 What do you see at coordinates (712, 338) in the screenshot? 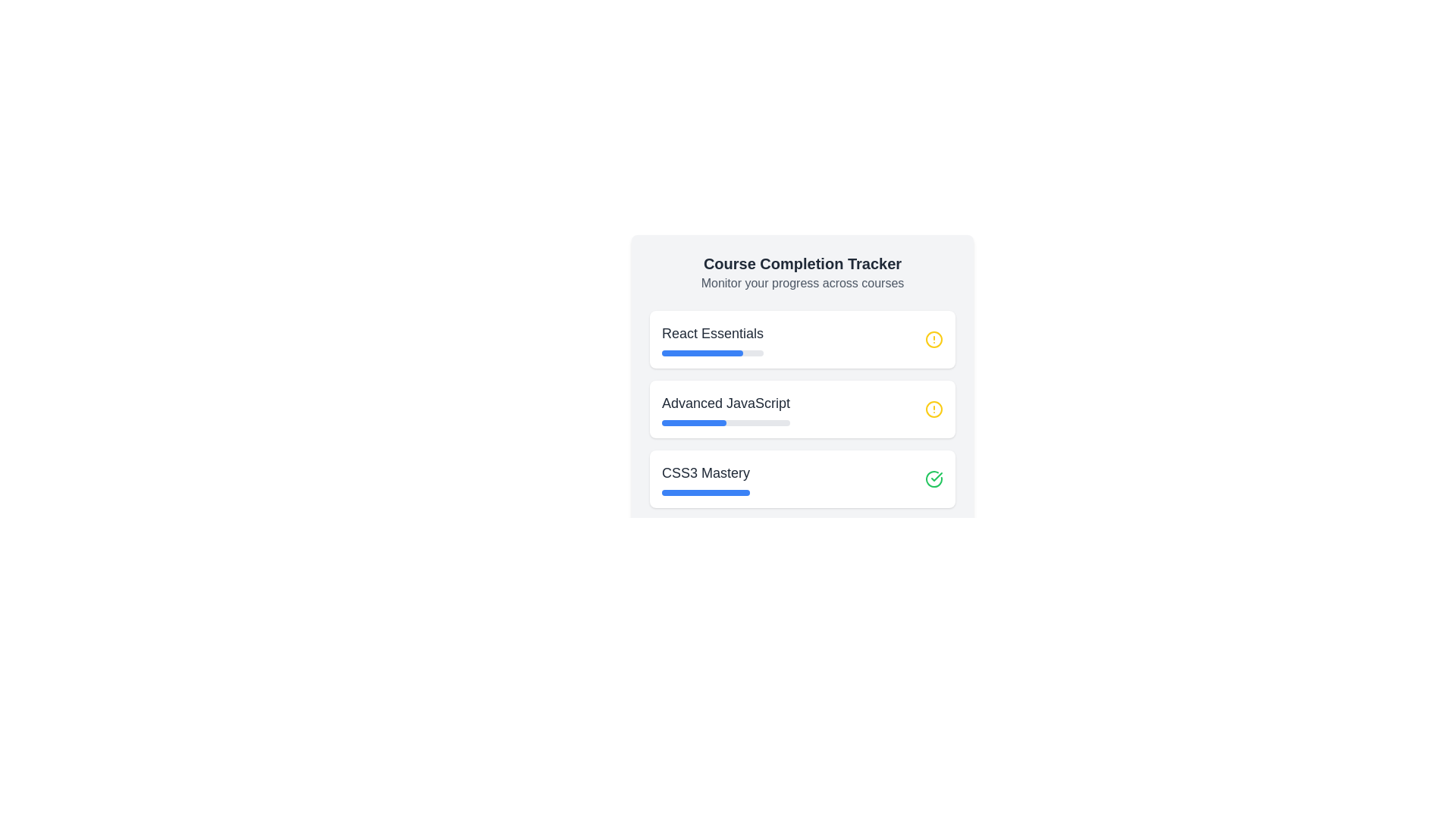
I see `or click on the progress bar of the 'React Essentials' List Item with Progress Indicator` at bounding box center [712, 338].